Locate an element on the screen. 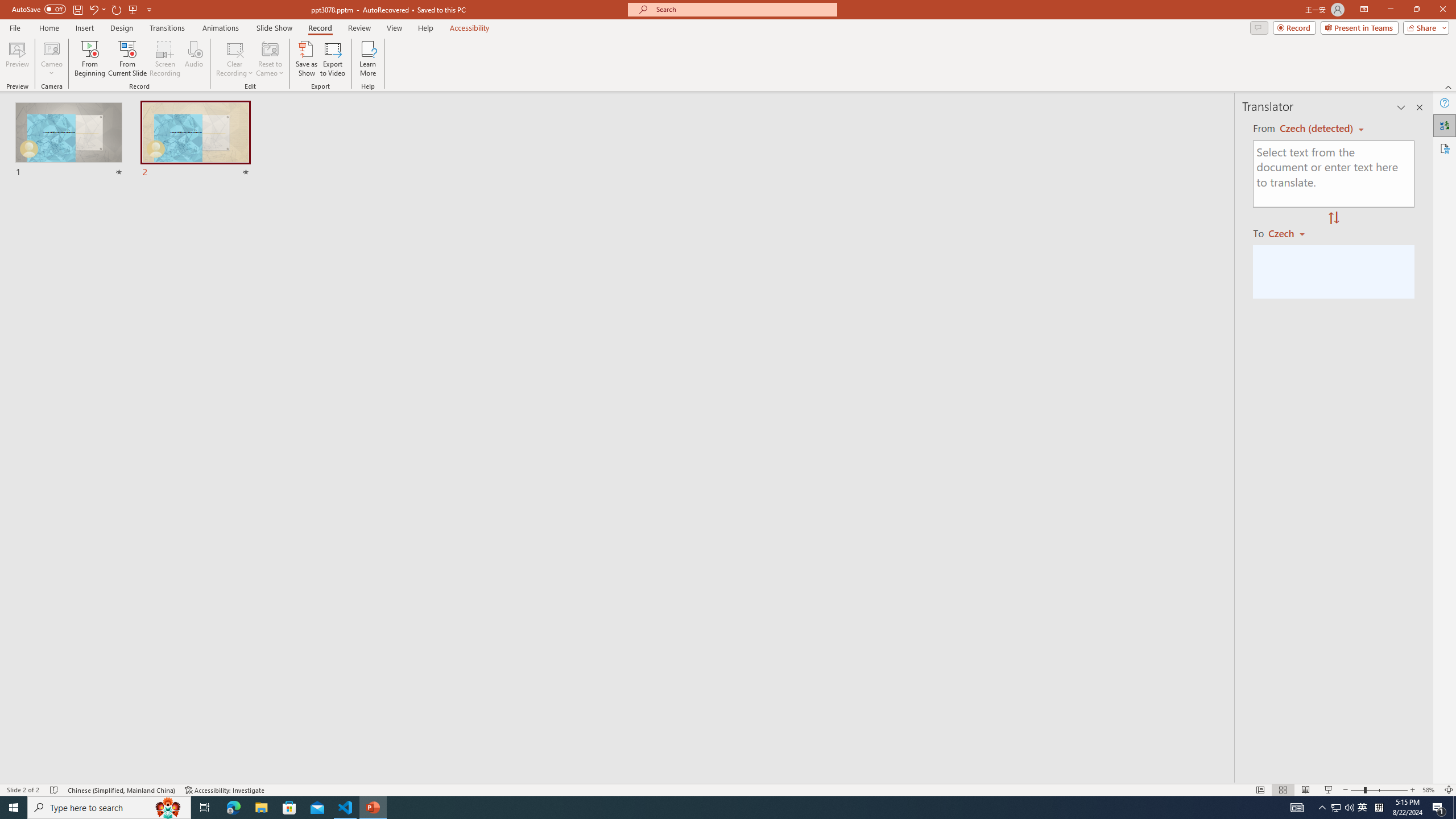 The height and width of the screenshot is (819, 1456). 'Zoom 58%' is located at coordinates (1430, 790).